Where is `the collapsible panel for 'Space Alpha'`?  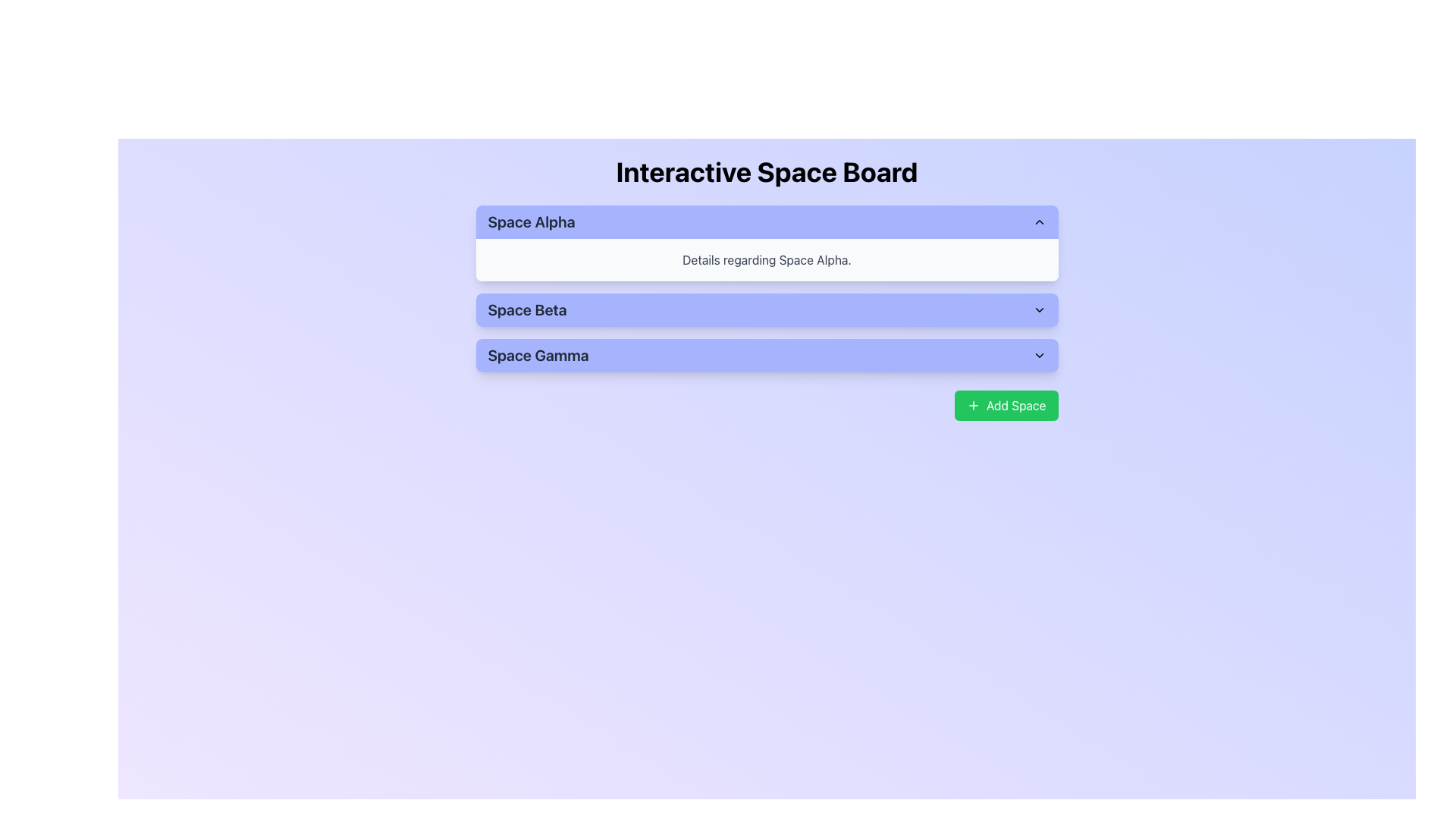
the collapsible panel for 'Space Alpha' is located at coordinates (767, 242).